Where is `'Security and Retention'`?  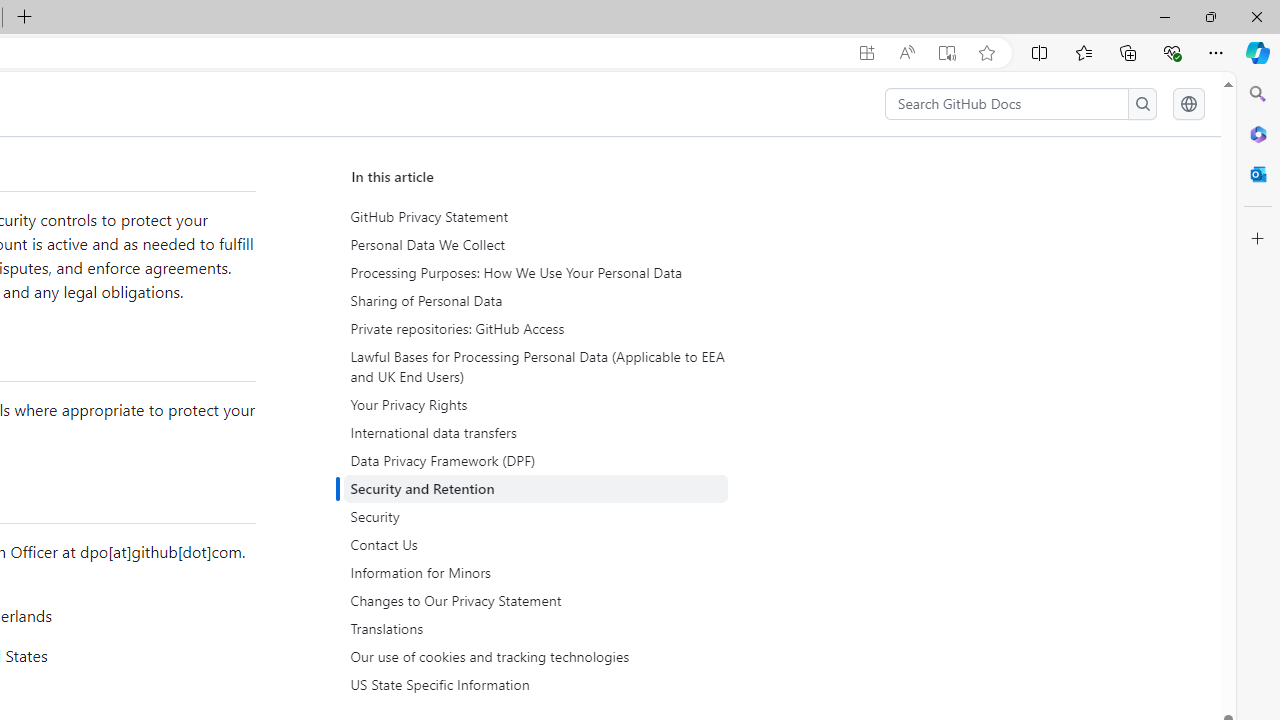
'Security and Retention' is located at coordinates (535, 489).